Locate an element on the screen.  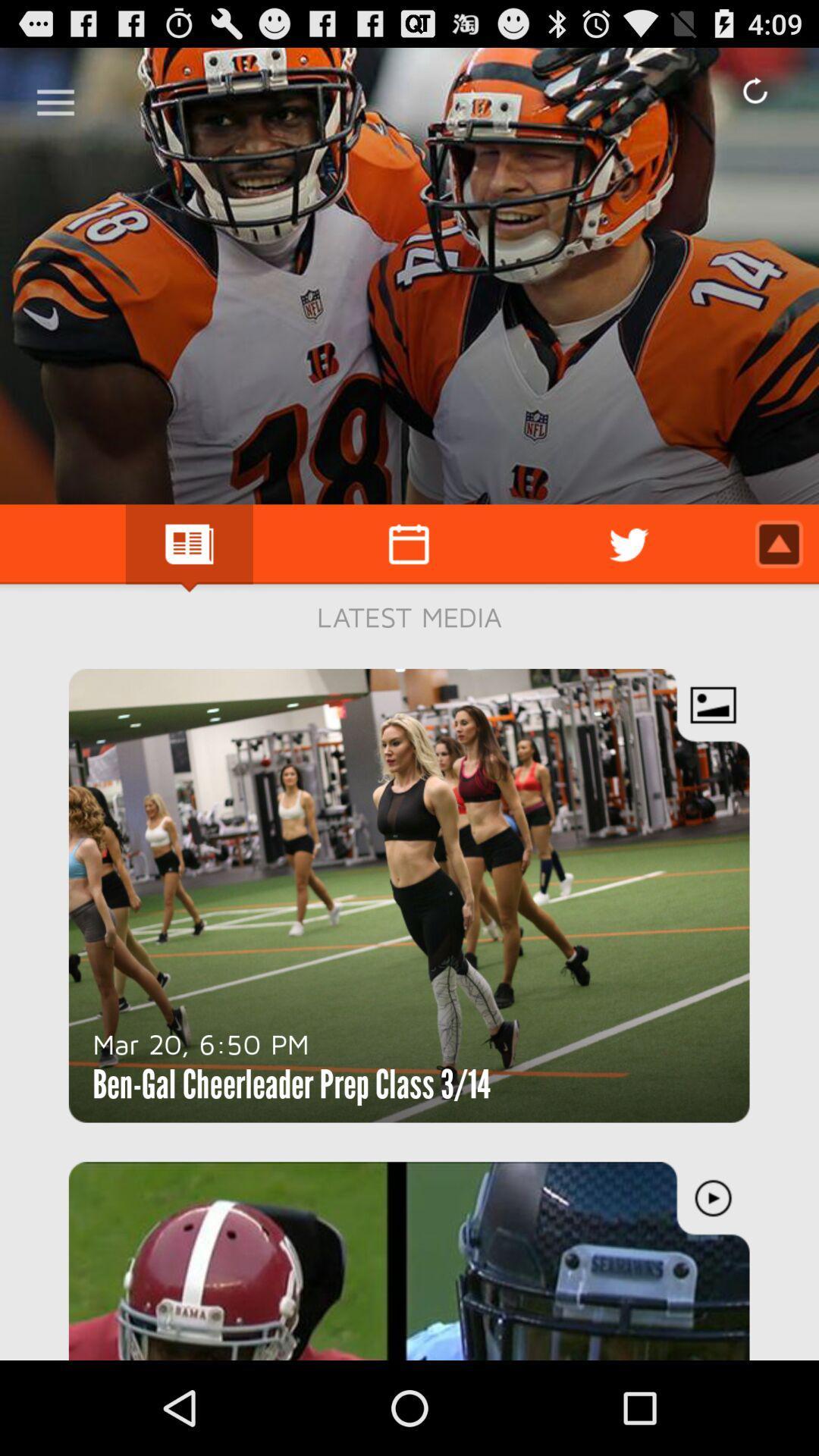
the ben gal cheerleader item is located at coordinates (291, 1084).